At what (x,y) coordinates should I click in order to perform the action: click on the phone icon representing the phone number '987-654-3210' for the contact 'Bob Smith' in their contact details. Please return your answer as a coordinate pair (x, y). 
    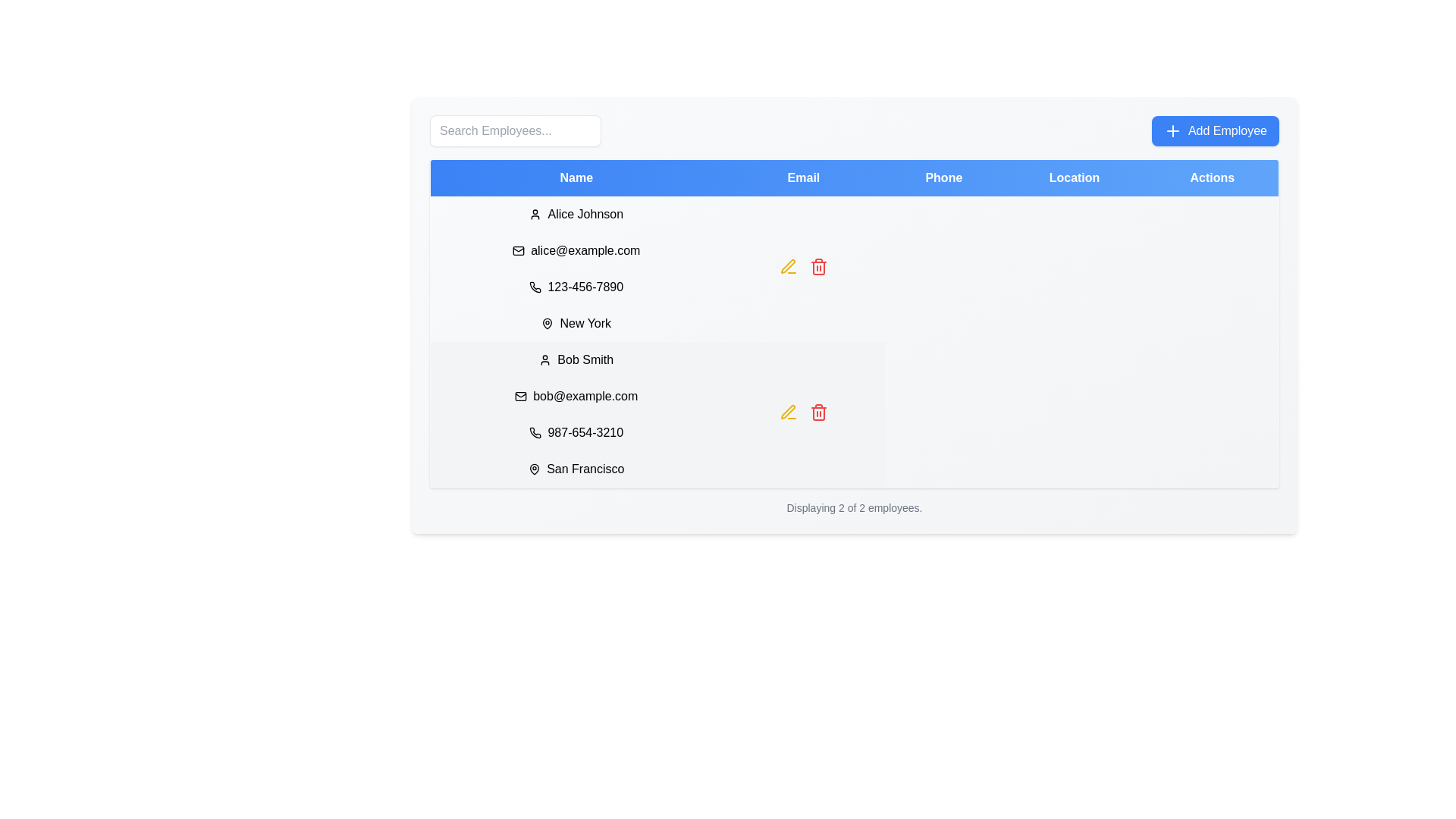
    Looking at the image, I should click on (535, 432).